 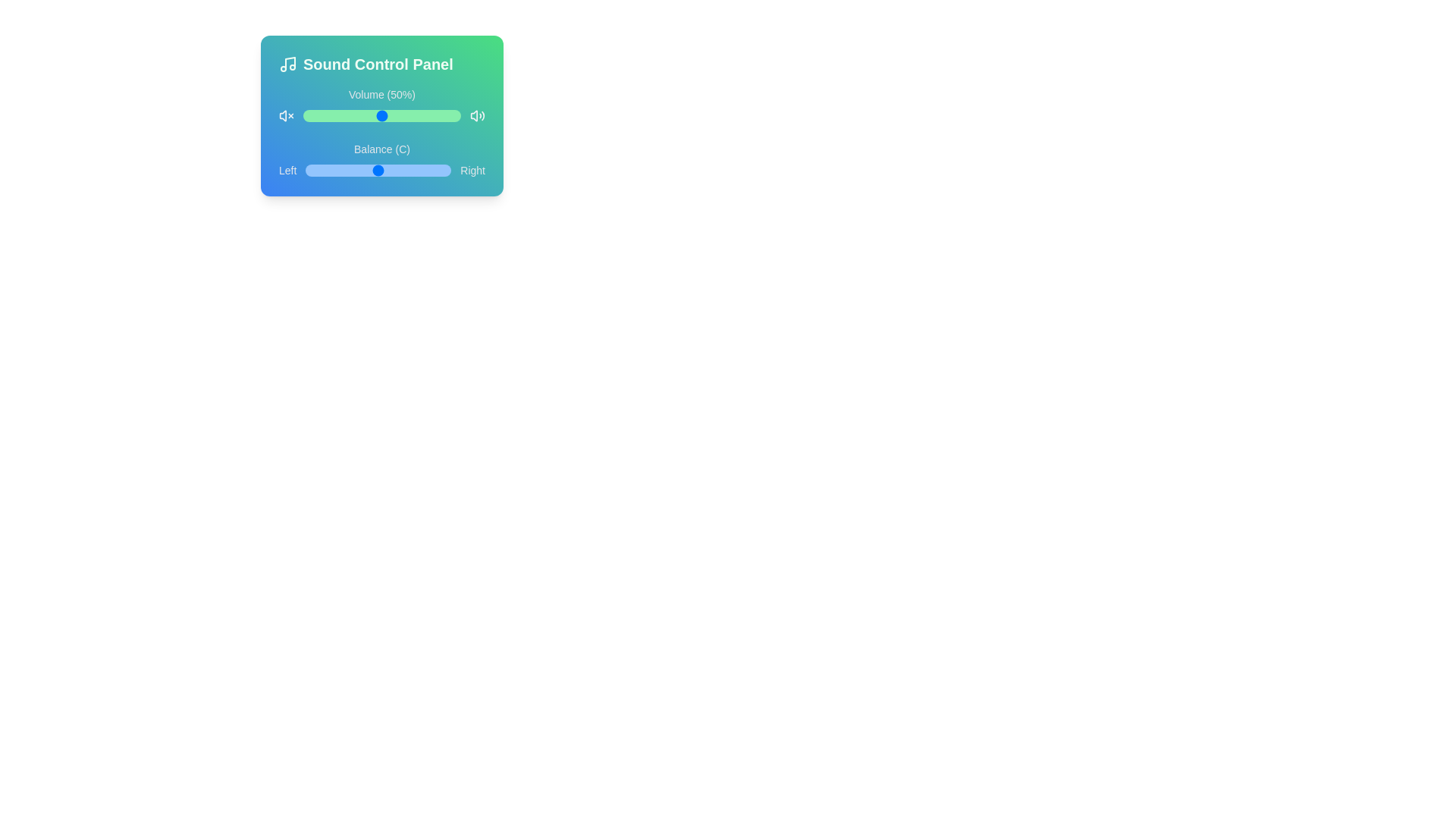 What do you see at coordinates (397, 170) in the screenshot?
I see `balance` at bounding box center [397, 170].